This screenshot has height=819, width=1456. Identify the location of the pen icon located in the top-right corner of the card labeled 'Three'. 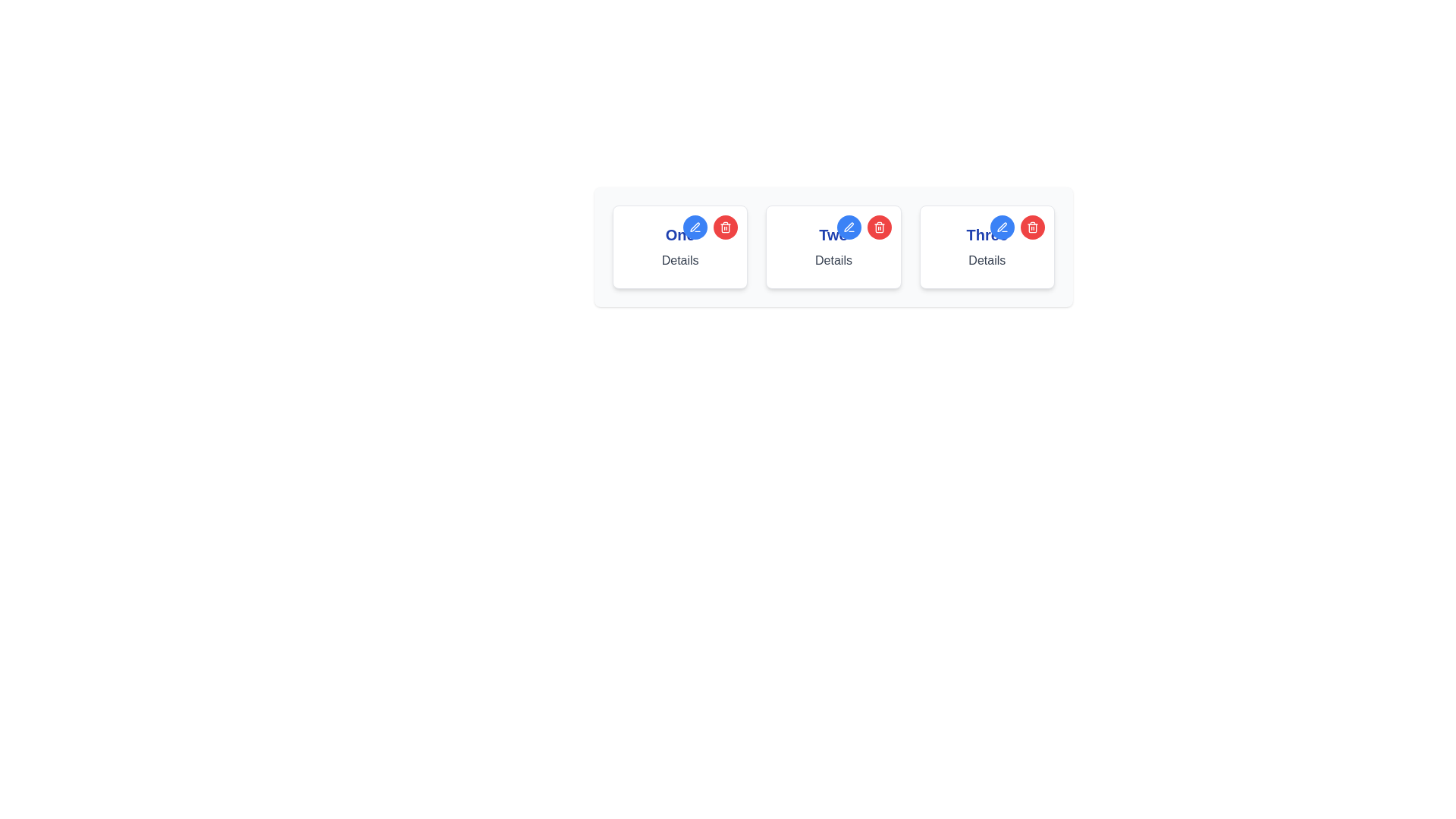
(1002, 227).